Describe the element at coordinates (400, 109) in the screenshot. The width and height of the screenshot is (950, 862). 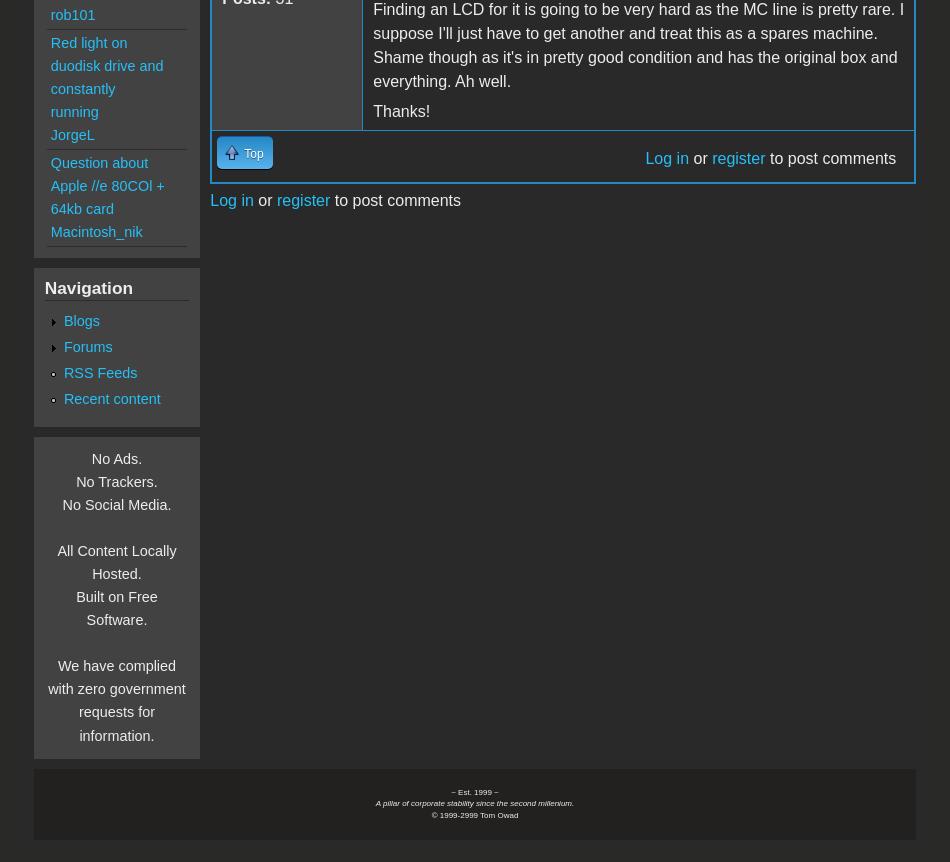
I see `'Thanks!'` at that location.